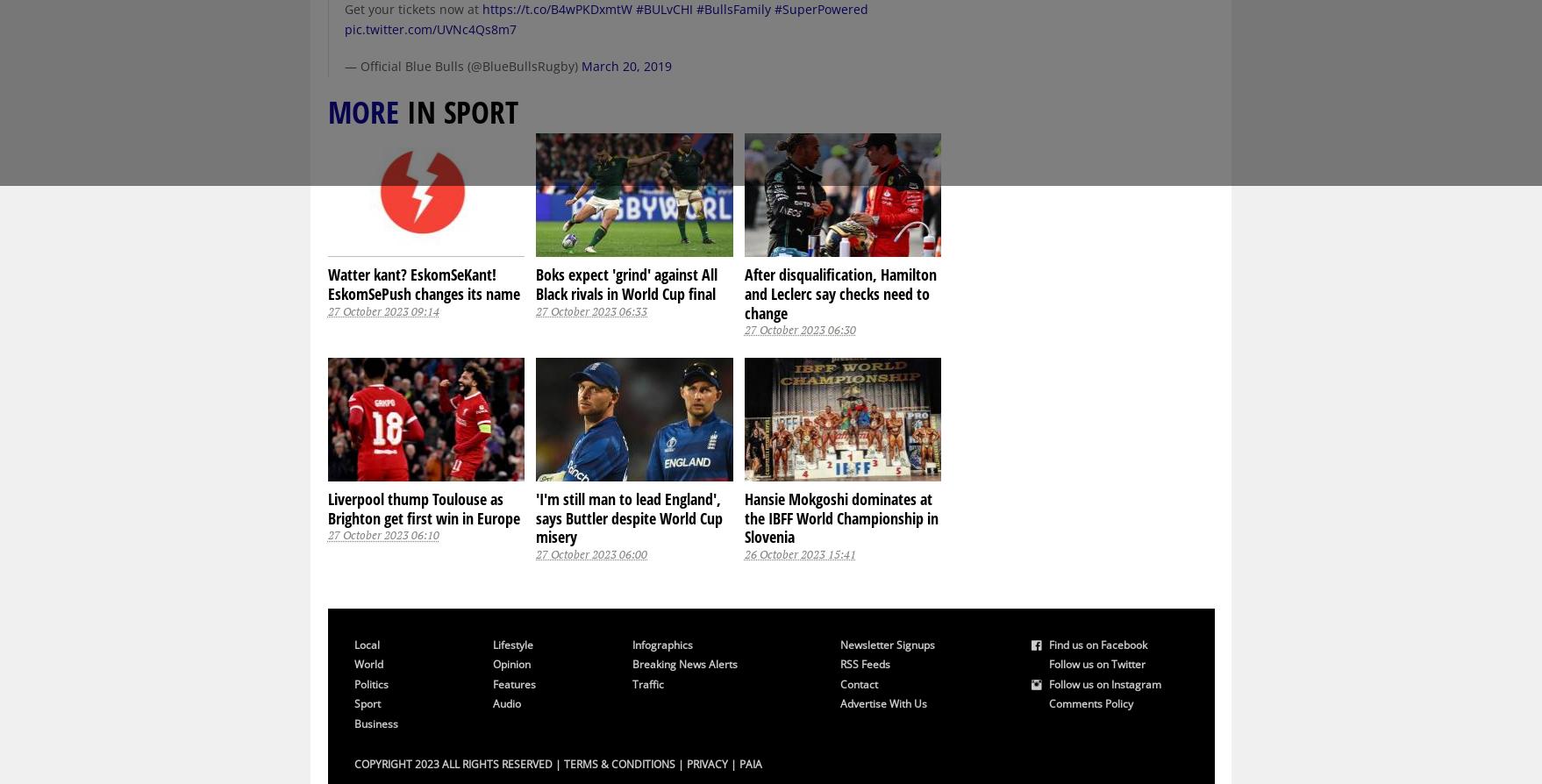 This screenshot has height=784, width=1542. What do you see at coordinates (618, 762) in the screenshot?
I see `'Terms & Conditions'` at bounding box center [618, 762].